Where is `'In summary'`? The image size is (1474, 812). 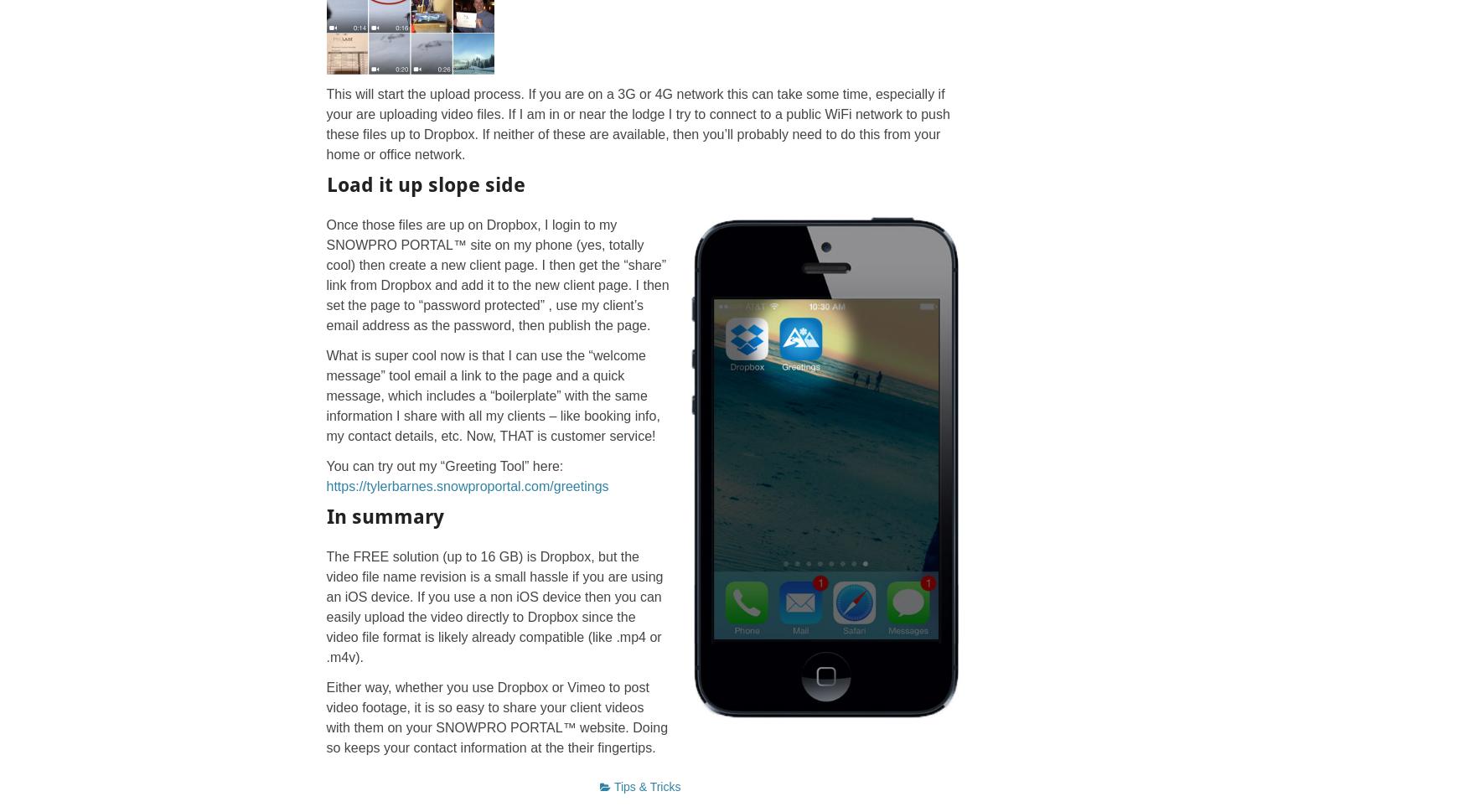 'In summary' is located at coordinates (384, 515).